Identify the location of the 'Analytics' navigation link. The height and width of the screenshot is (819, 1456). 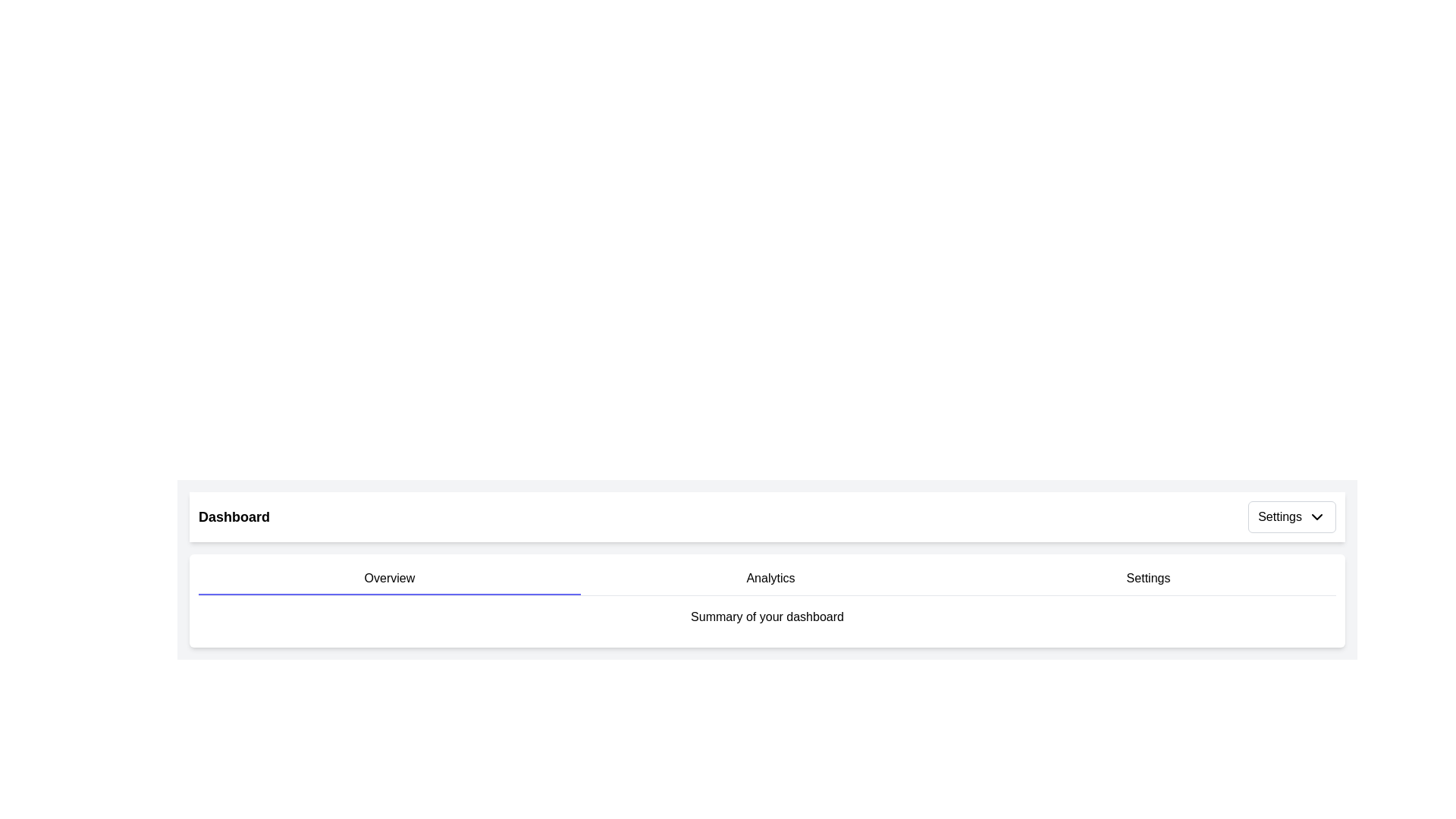
(770, 579).